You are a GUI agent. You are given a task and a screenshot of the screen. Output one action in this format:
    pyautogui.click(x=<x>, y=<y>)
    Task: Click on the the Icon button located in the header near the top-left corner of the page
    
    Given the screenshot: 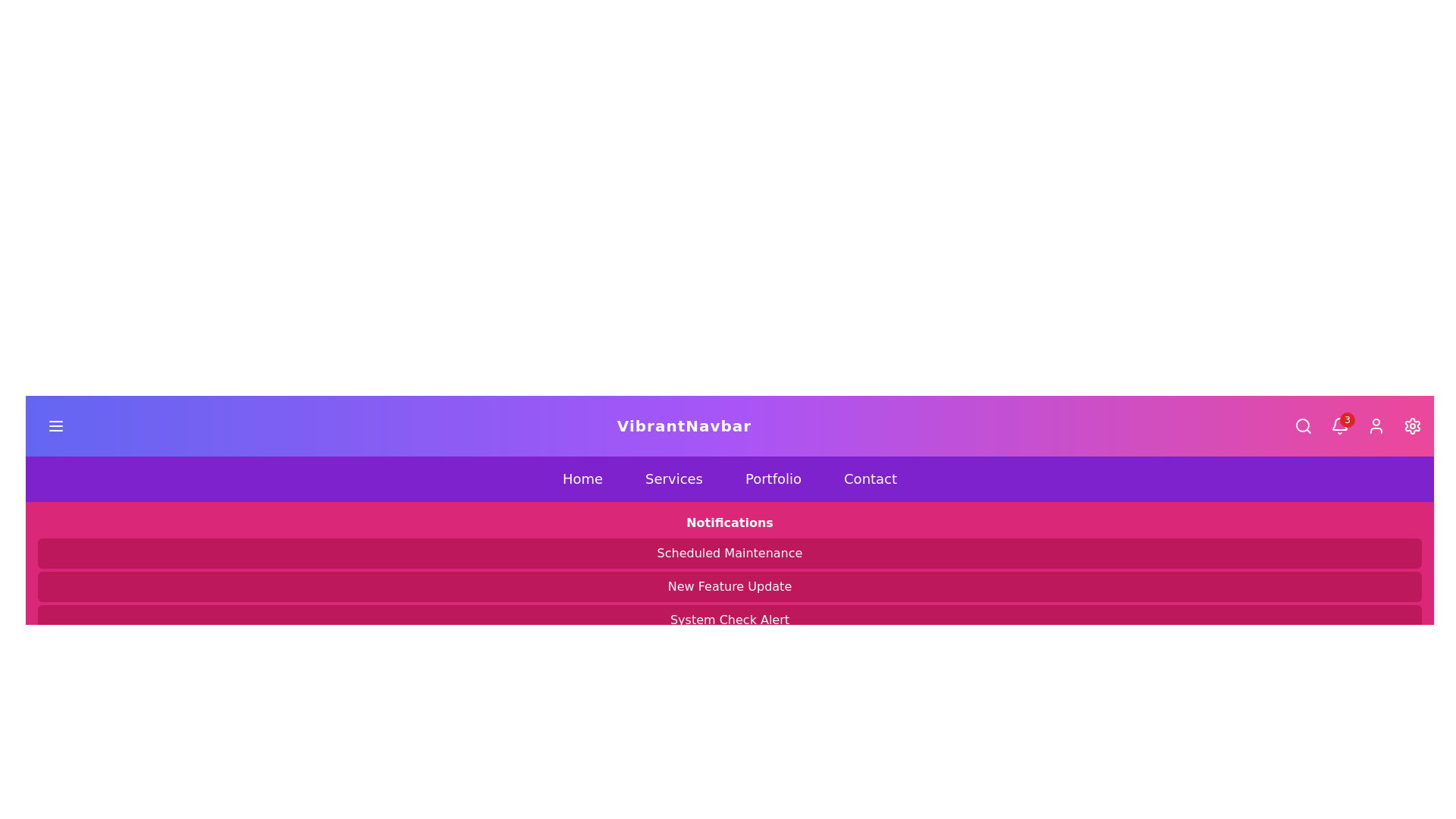 What is the action you would take?
    pyautogui.click(x=55, y=426)
    